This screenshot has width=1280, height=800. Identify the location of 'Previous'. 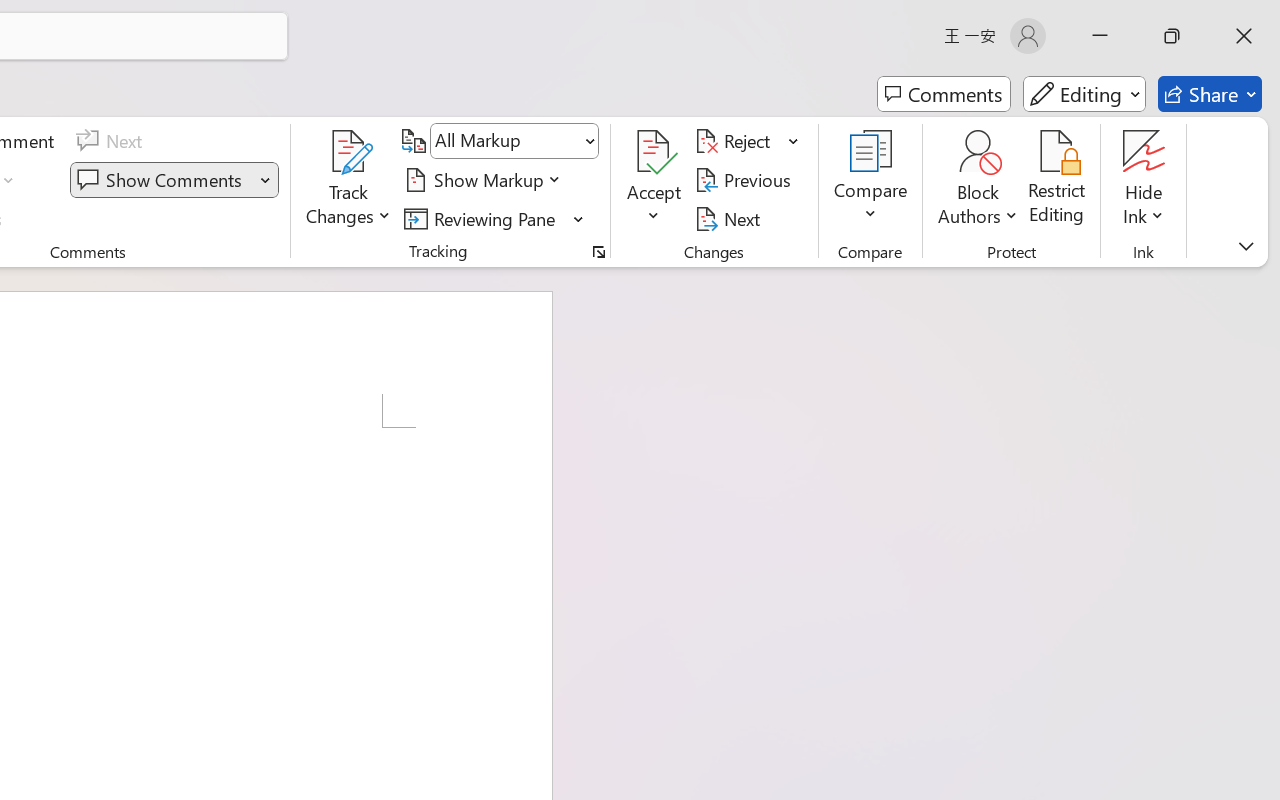
(745, 179).